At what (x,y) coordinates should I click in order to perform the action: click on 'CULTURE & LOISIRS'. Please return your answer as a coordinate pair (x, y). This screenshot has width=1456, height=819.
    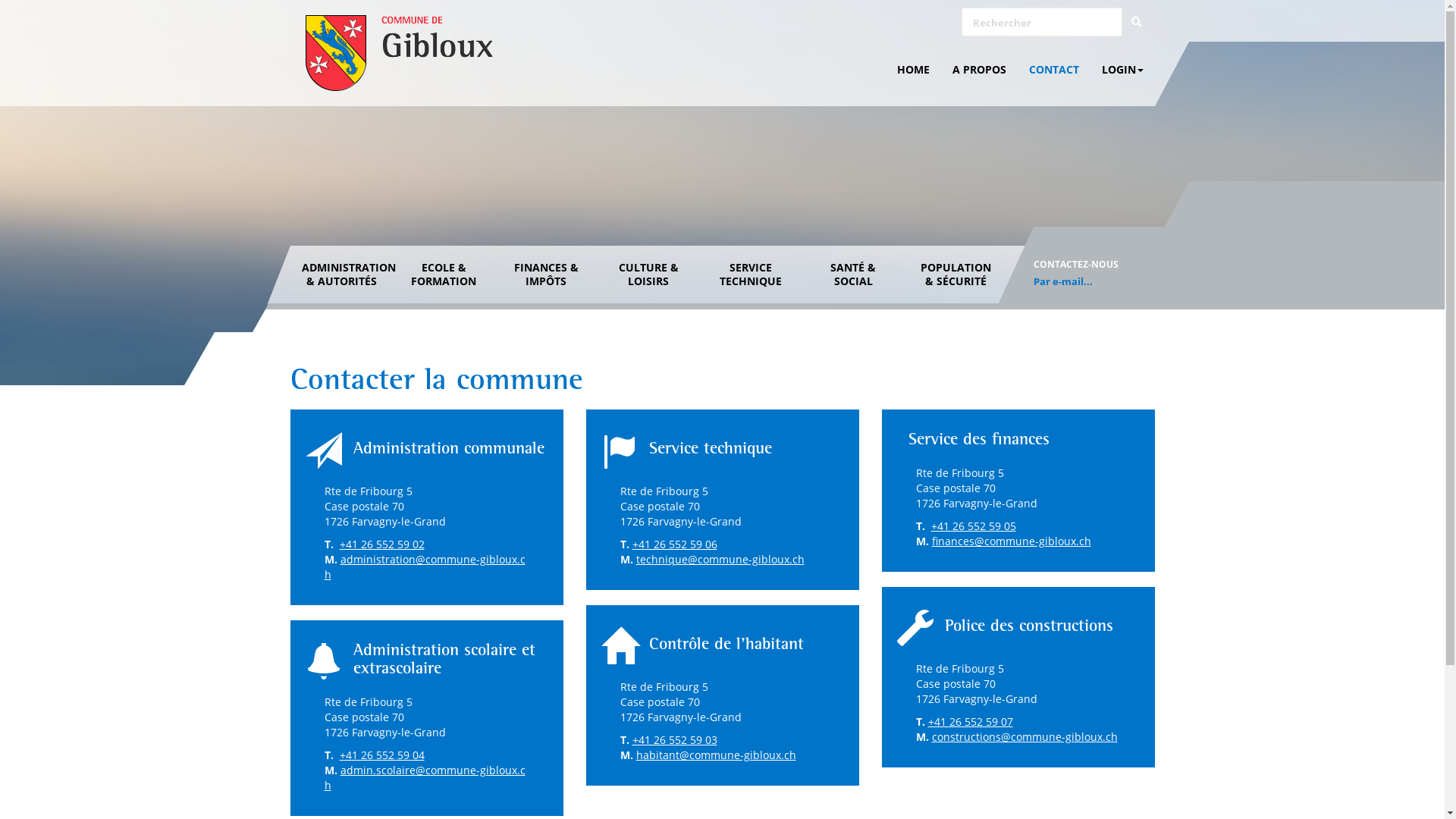
    Looking at the image, I should click on (648, 275).